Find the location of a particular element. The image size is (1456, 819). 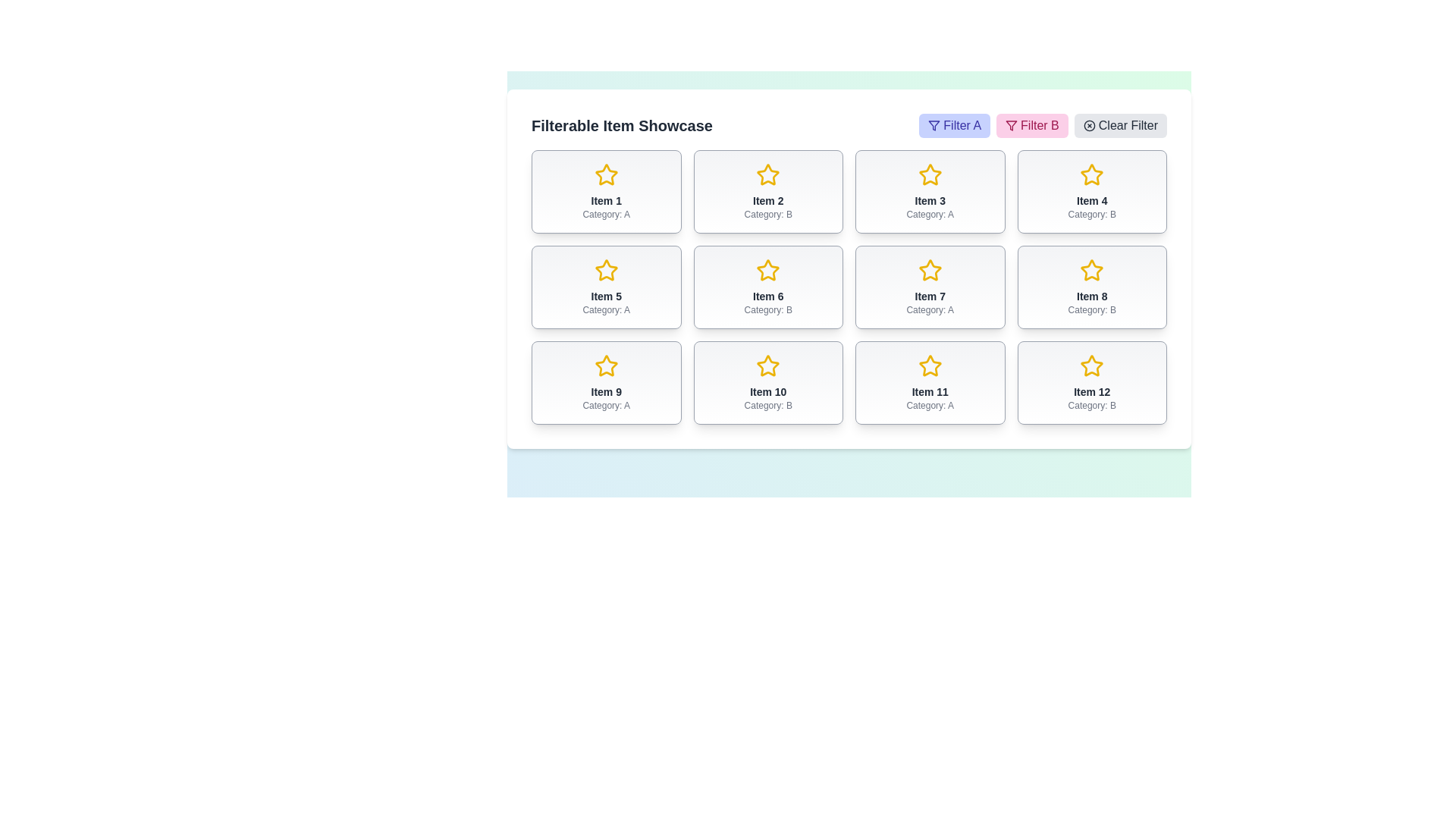

the star-shaped icon with a yellow border located in the second row, first column of the grid under 'Filterable Item Showcase', specifically associated with 'Item 5' is located at coordinates (605, 269).